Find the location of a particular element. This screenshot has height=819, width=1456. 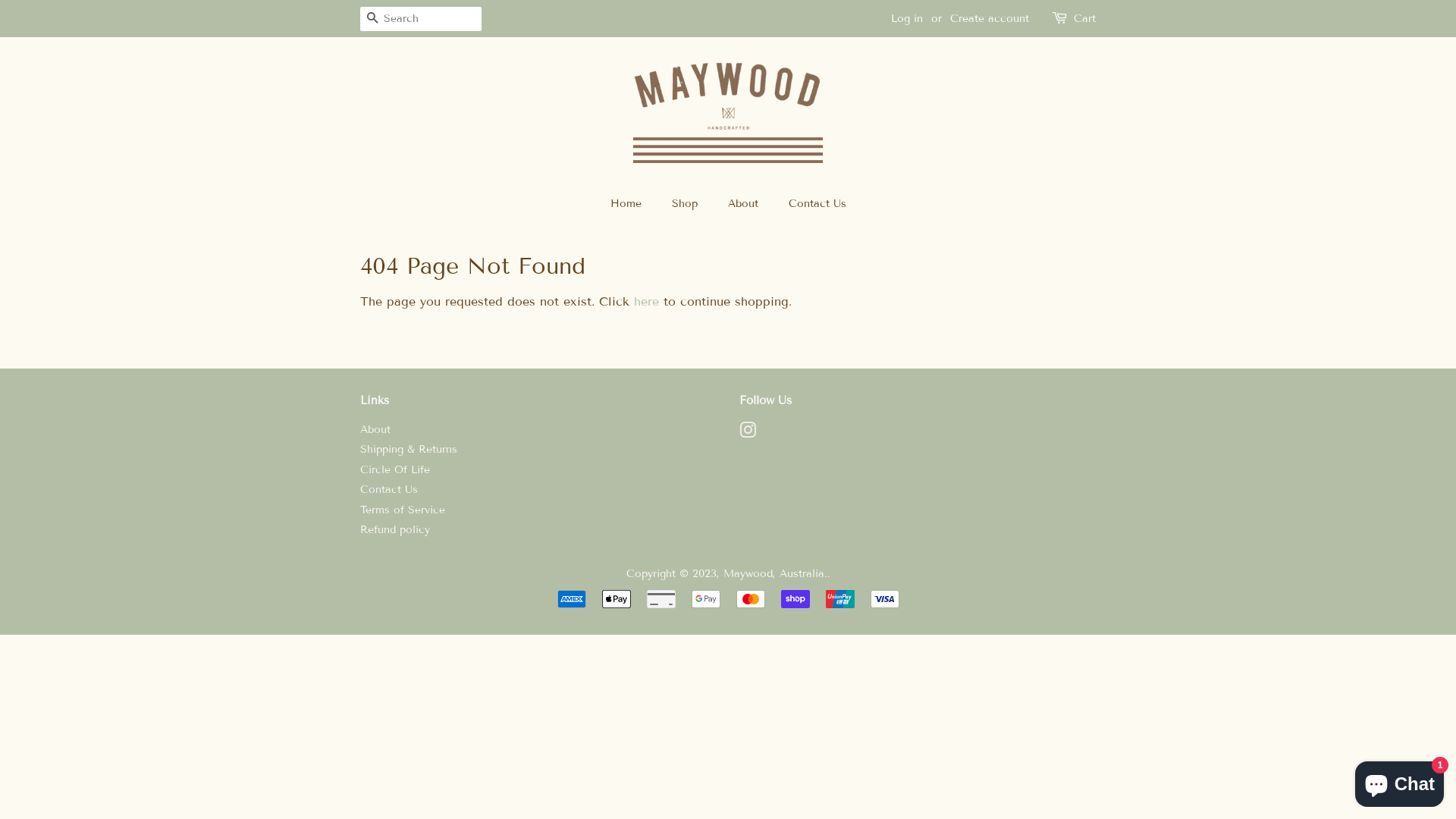

'Cart' is located at coordinates (1084, 18).